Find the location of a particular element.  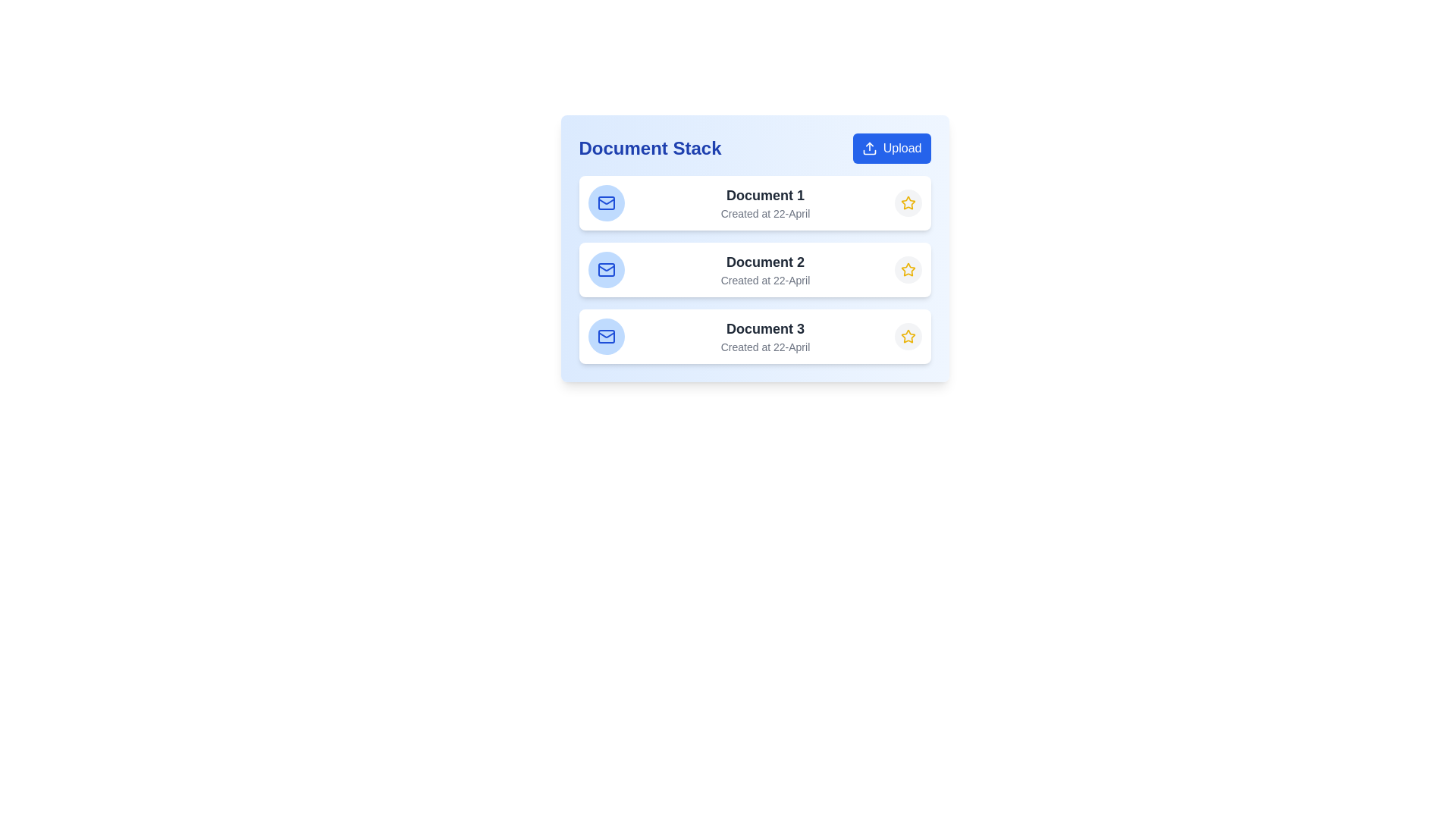

the SVG graphical icon representing an email-related document, which is located in the first row of a vertically arranged list, positioned to the far left within a circular background with a blue border is located at coordinates (605, 202).